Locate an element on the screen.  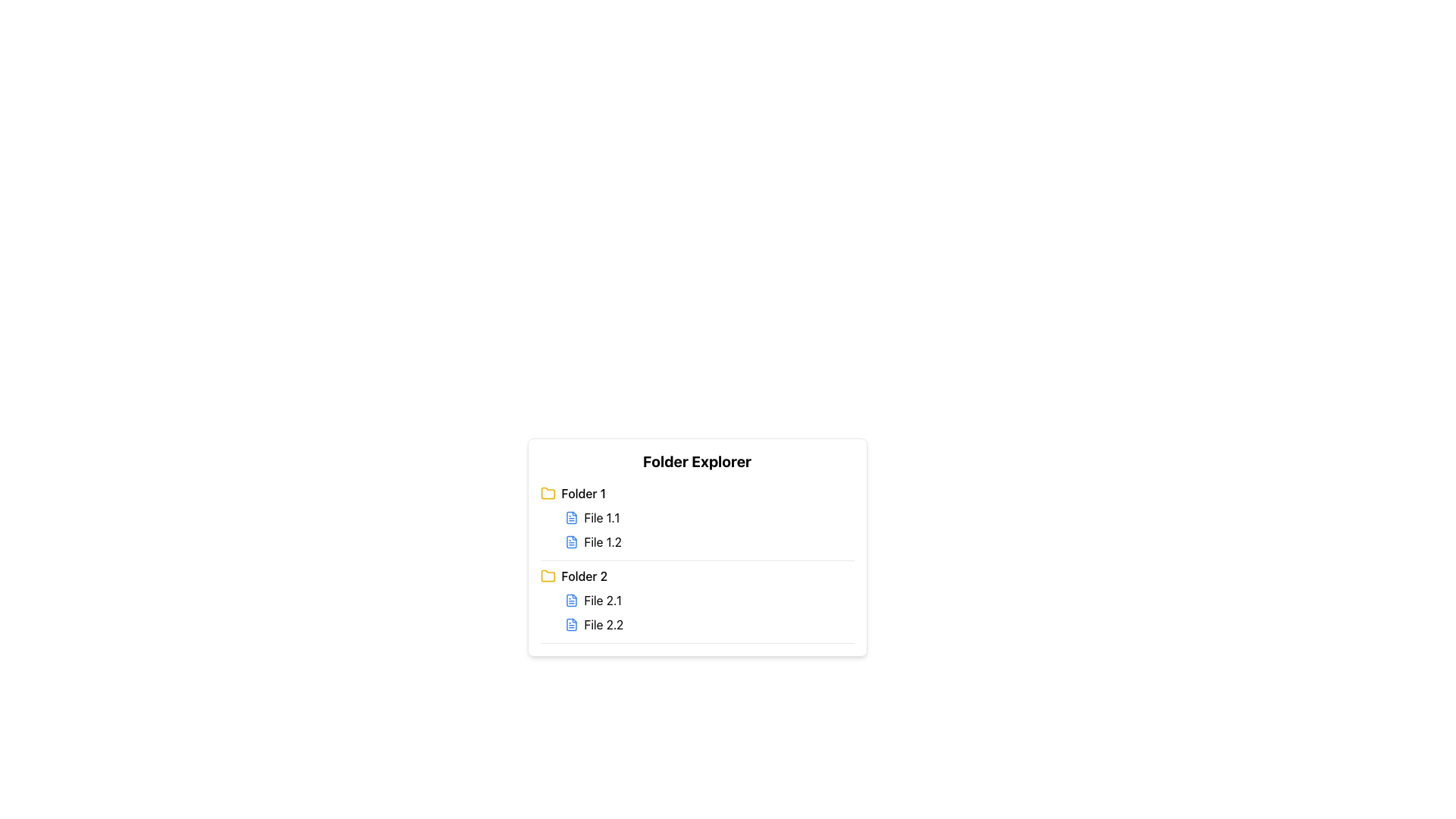
the icon representing the file located to the immediate left of the text 'File 2.1' in the second folder grouping labeled 'Folder 2' is located at coordinates (570, 599).